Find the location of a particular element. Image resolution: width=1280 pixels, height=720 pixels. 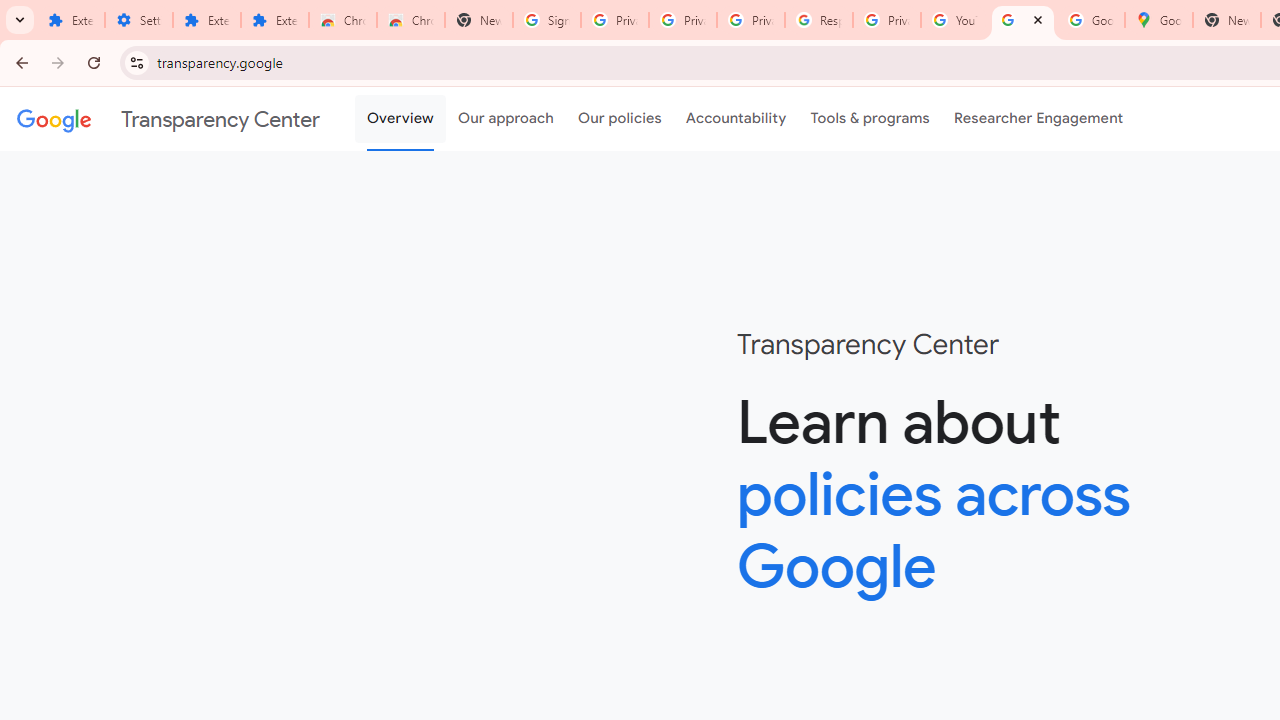

'New Tab' is located at coordinates (478, 20).